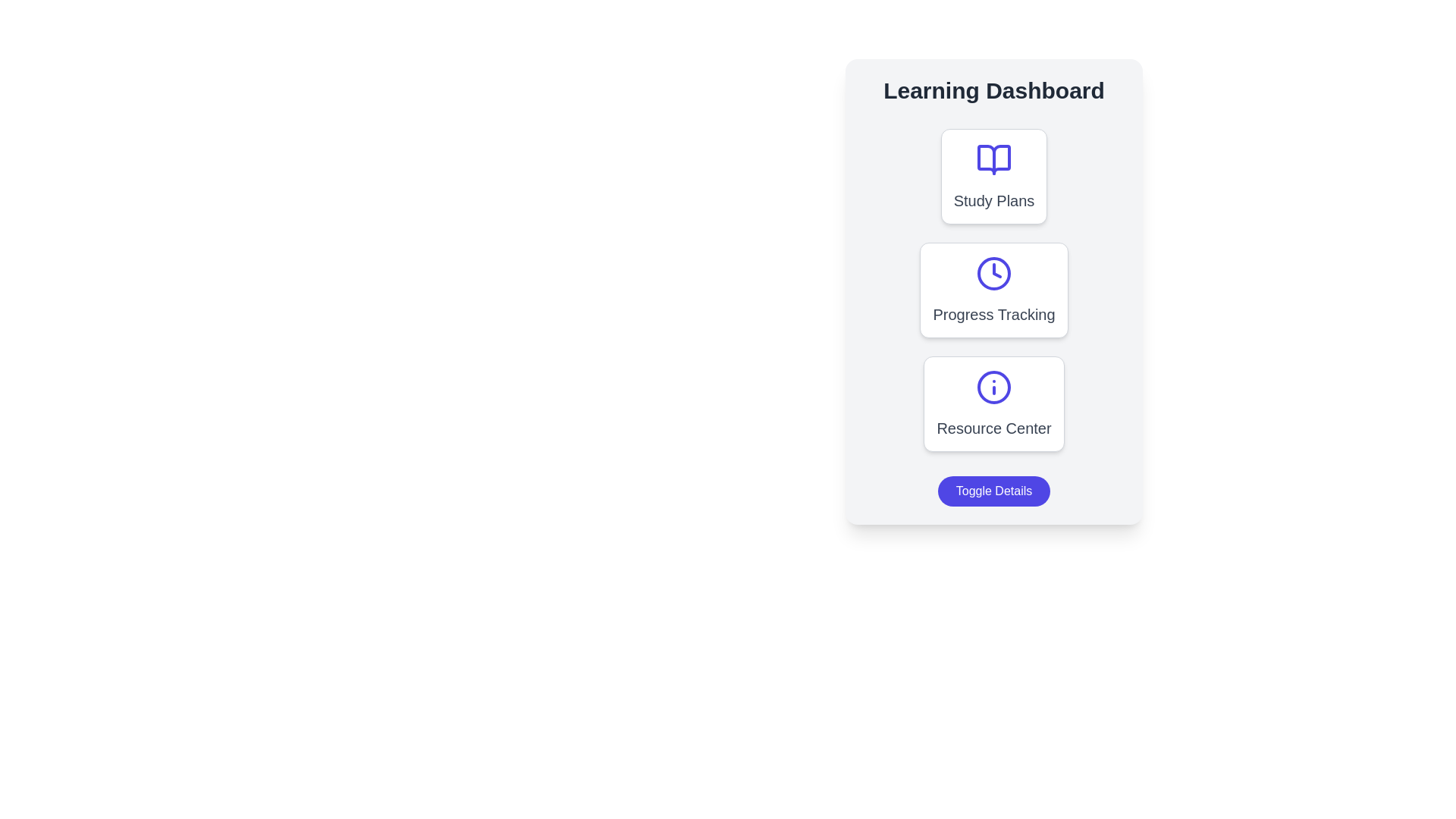 The height and width of the screenshot is (819, 1456). I want to click on the 'Resource Center' clickable card element, which is the third card in a group of three, featuring a white background, rounded corners, and an 'i' icon at the top, so click(993, 403).